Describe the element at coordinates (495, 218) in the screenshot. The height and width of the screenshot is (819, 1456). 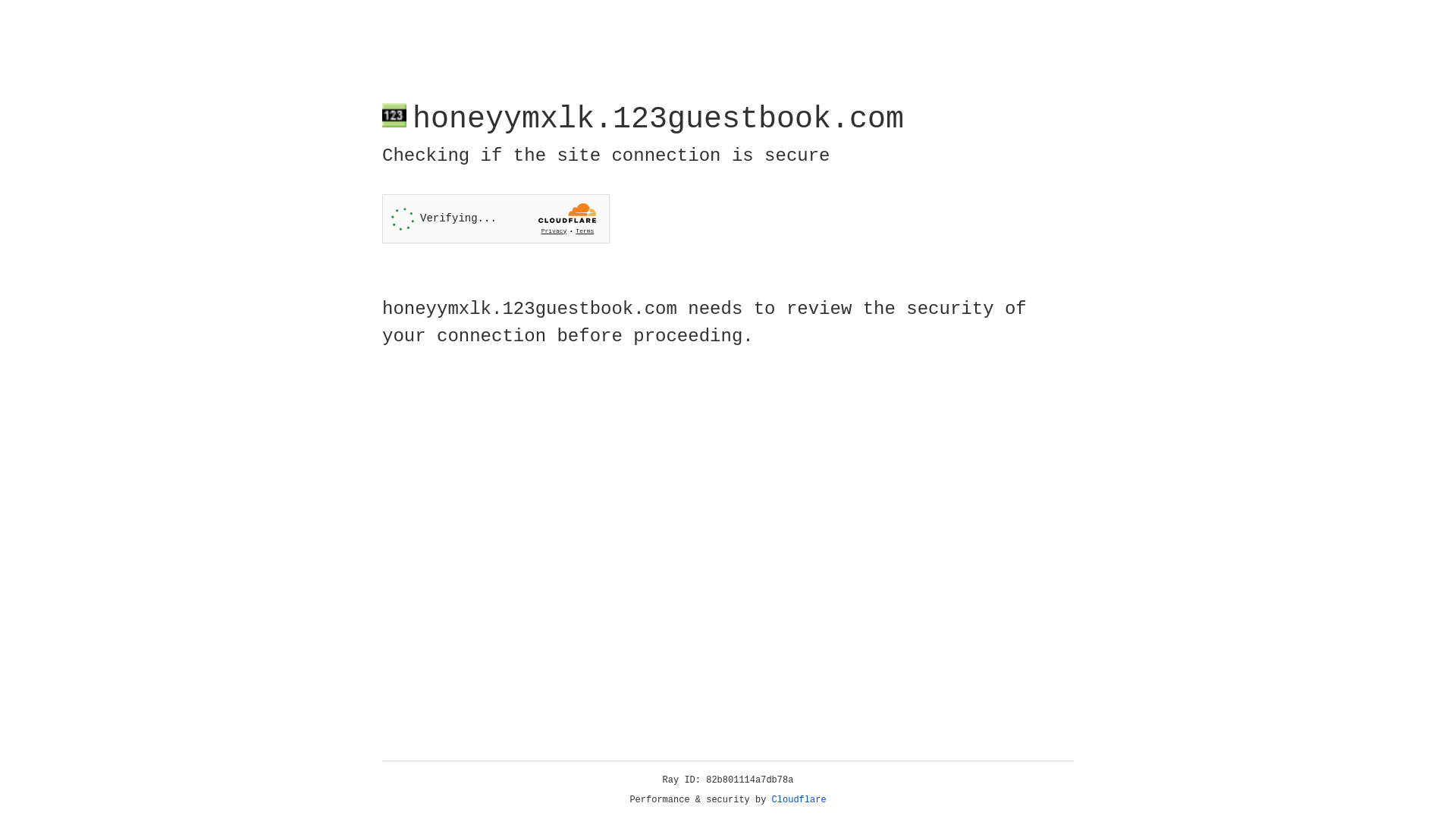
I see `'Widget containing a Cloudflare security challenge'` at that location.